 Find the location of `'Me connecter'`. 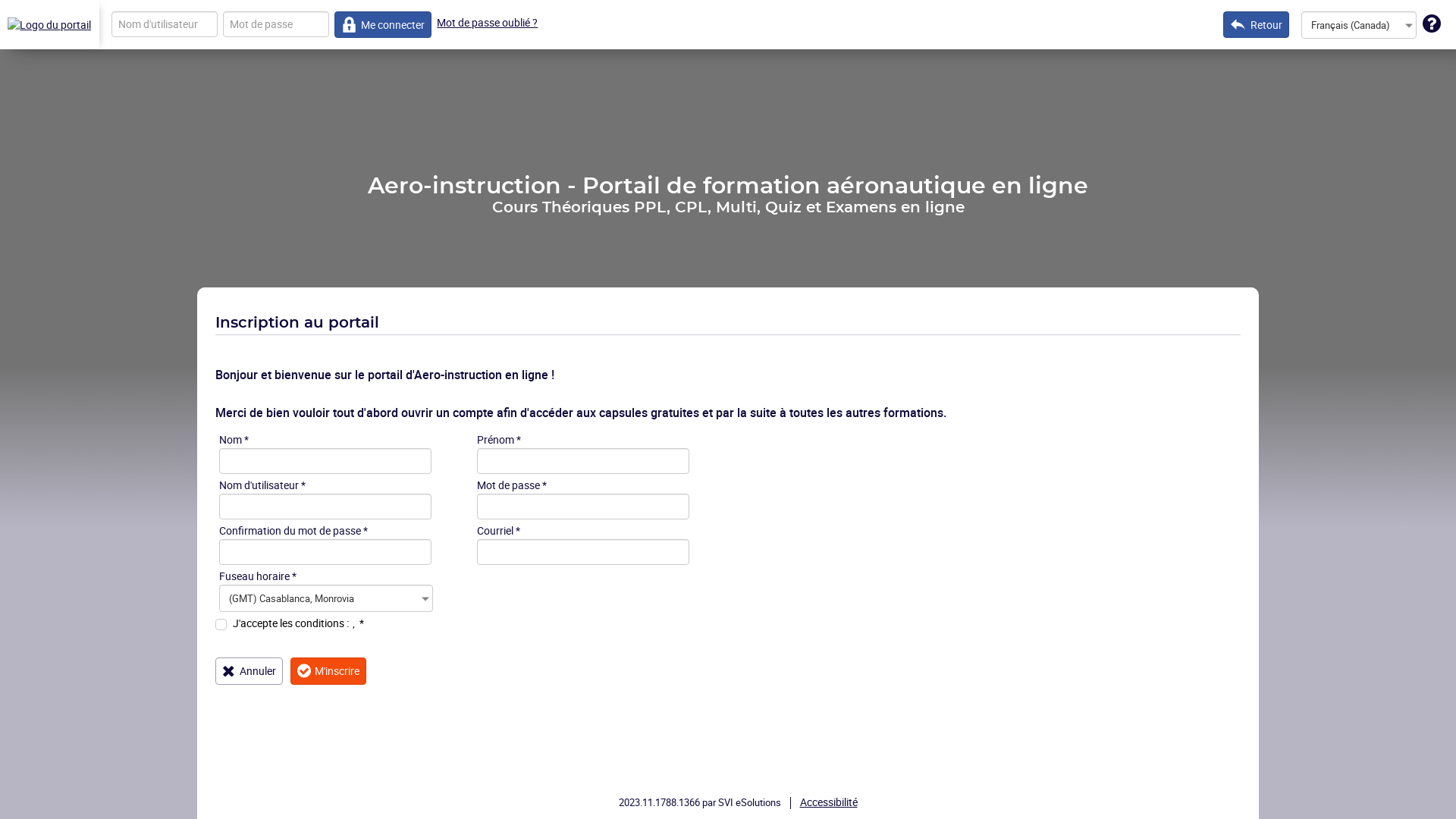

'Me connecter' is located at coordinates (383, 24).